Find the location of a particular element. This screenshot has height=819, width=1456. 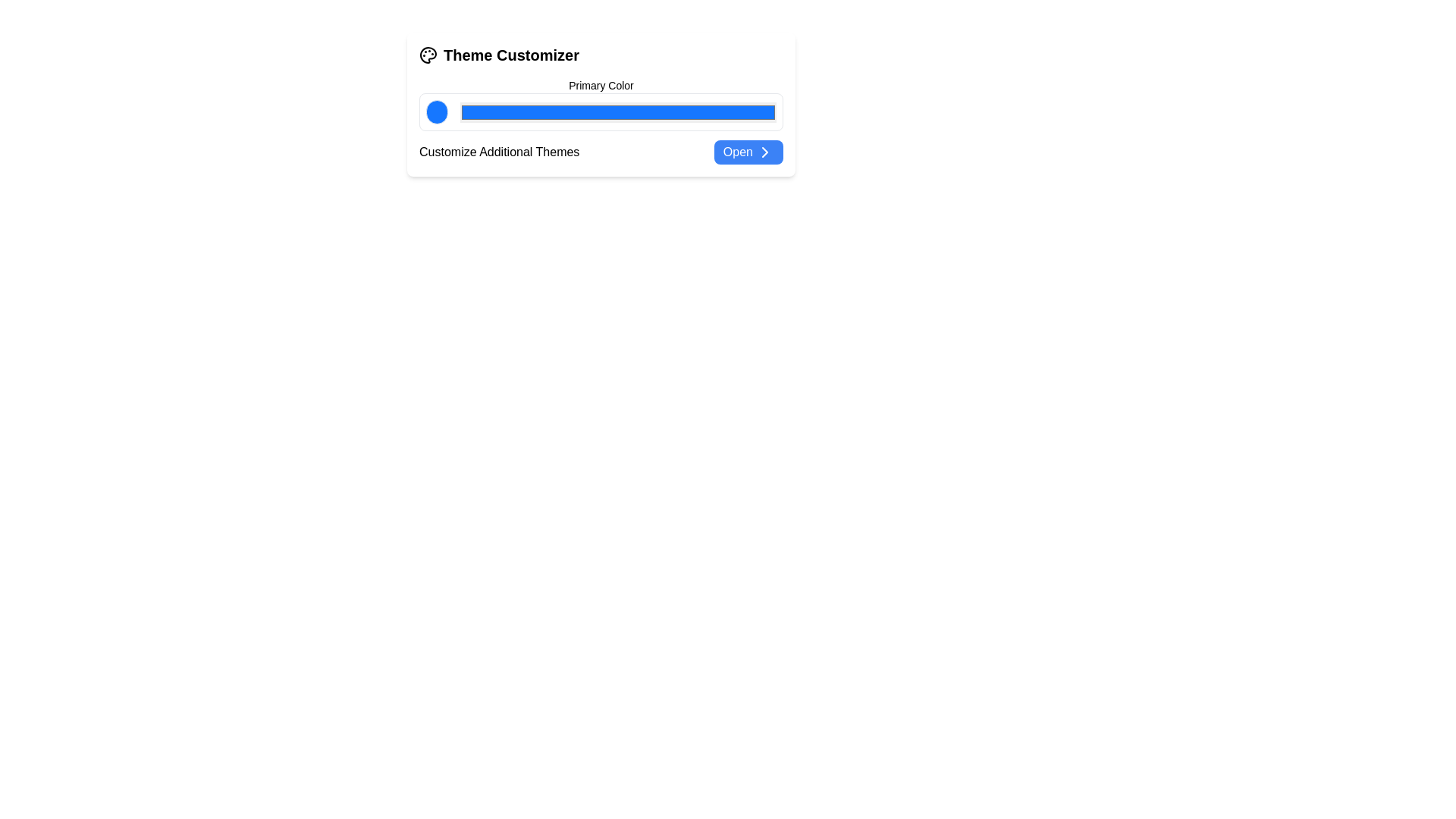

the circular UI decoration or color selection indicator with a blue background located to the left of the color picker input field near the title 'Theme Customizer' is located at coordinates (436, 111).